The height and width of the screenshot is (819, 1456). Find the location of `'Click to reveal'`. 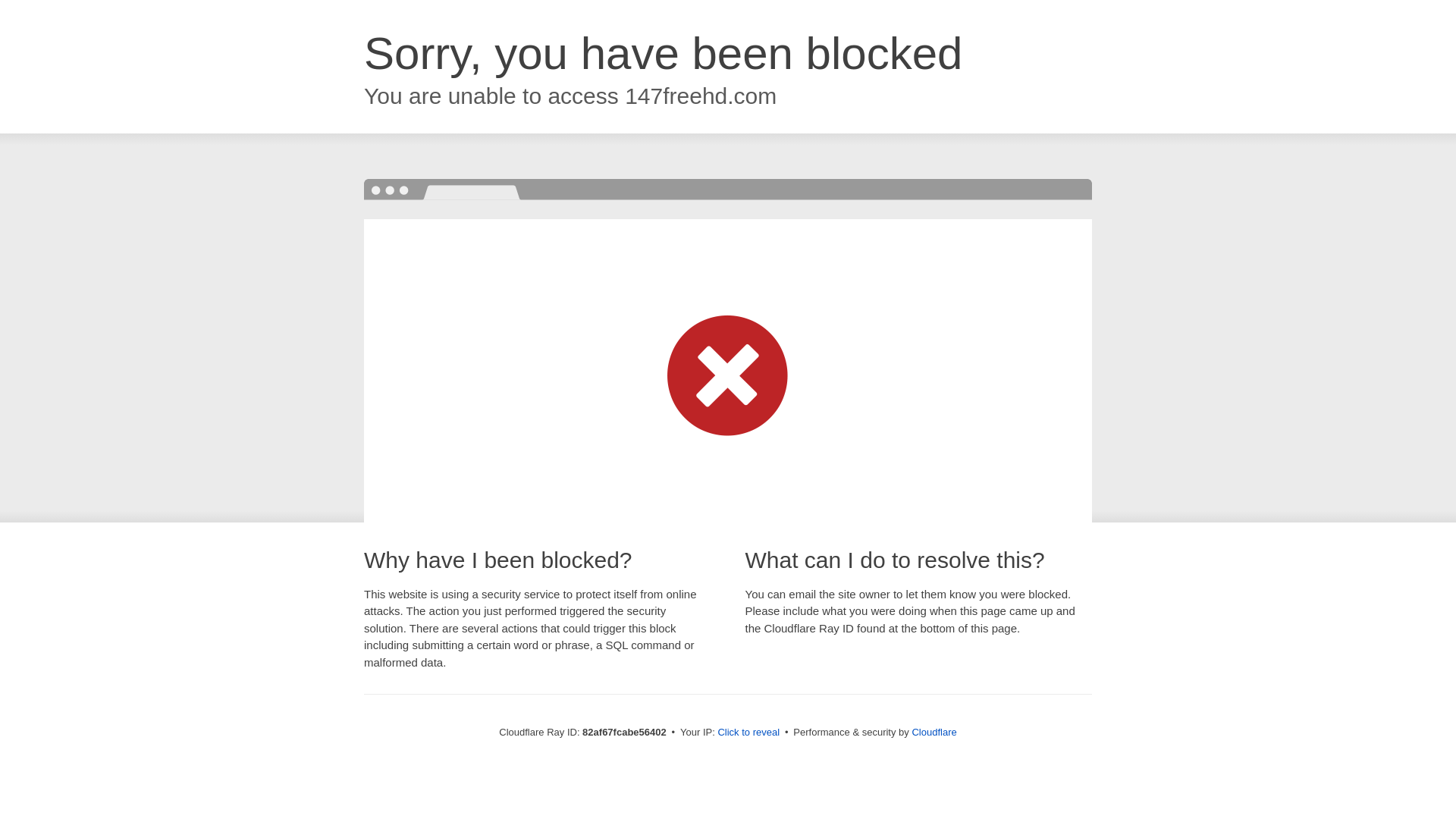

'Click to reveal' is located at coordinates (748, 731).